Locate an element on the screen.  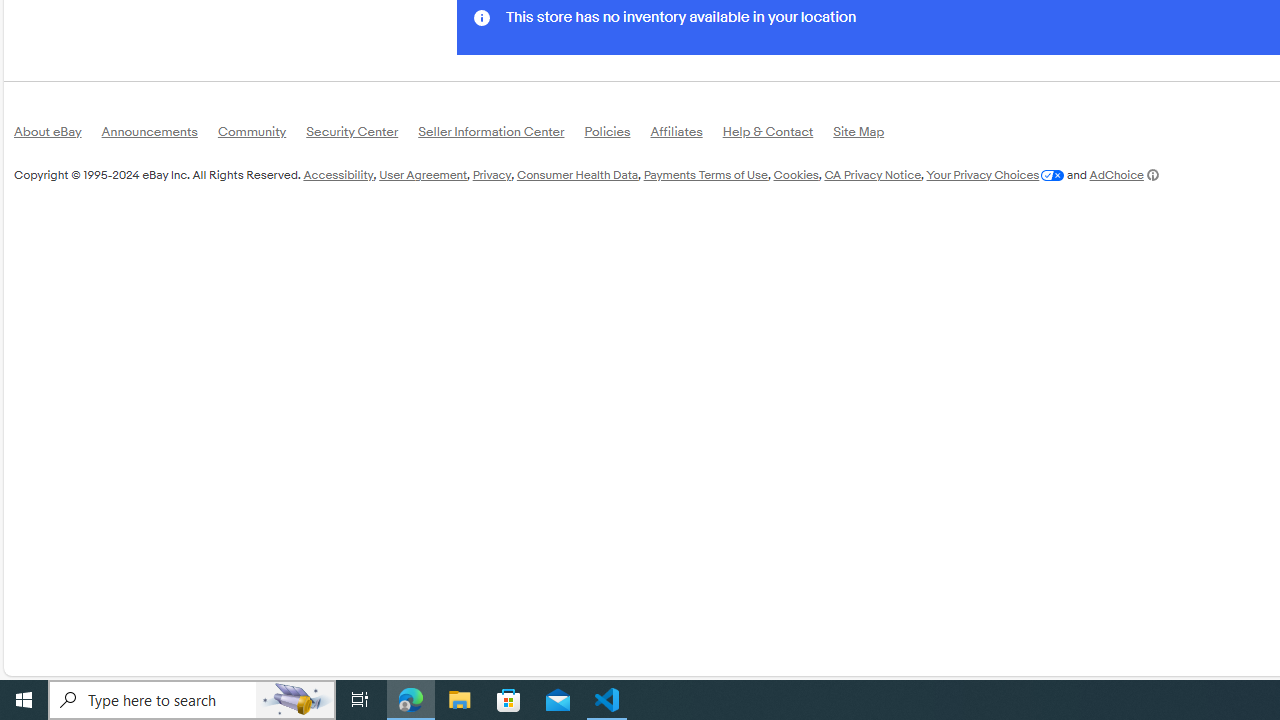
'Affiliates' is located at coordinates (686, 135).